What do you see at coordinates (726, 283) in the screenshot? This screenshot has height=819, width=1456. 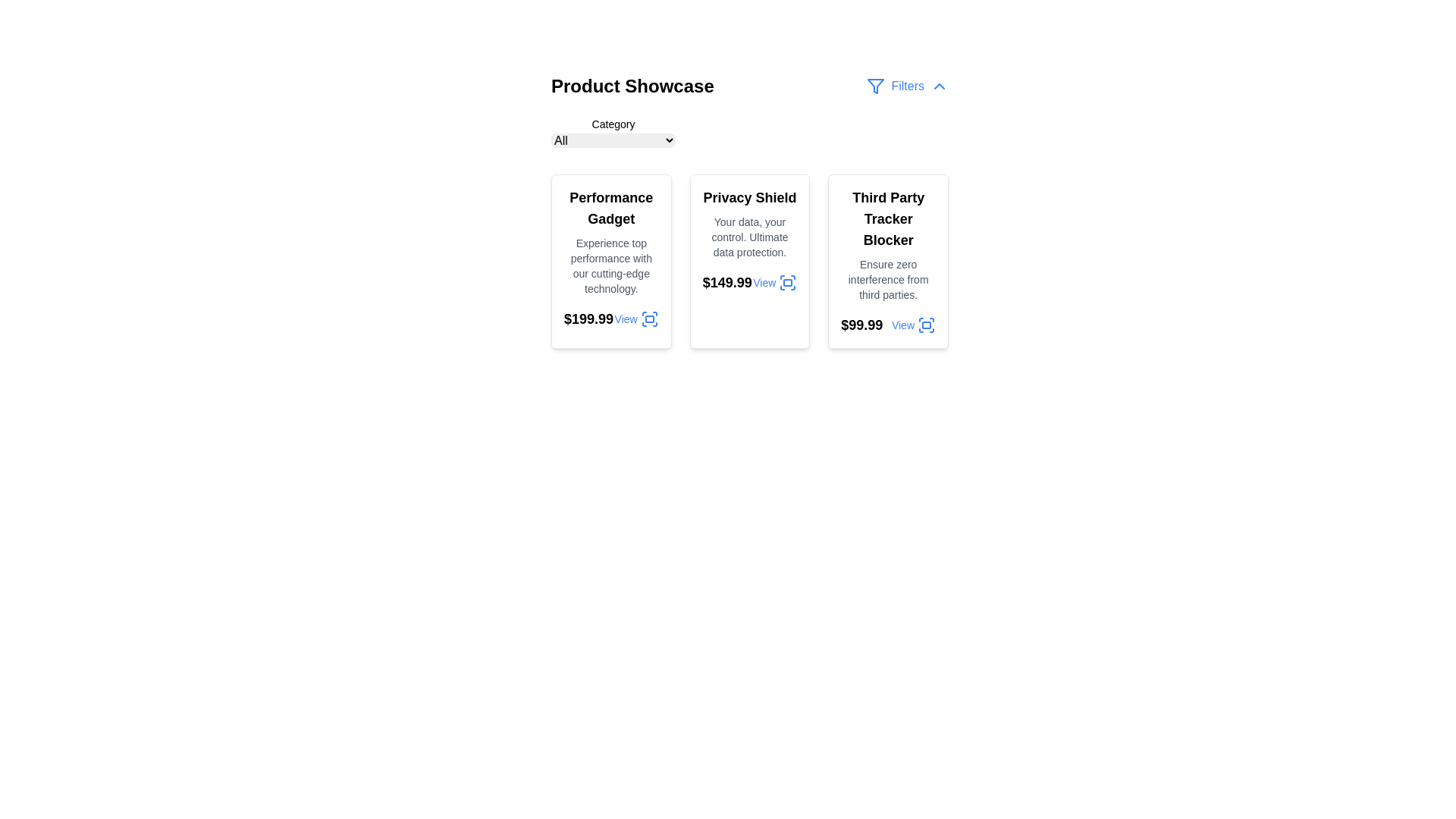 I see `value of the price displayed in the Text label for the 'Privacy Shield' product, located in the middle card of a three-column product grid layout` at bounding box center [726, 283].